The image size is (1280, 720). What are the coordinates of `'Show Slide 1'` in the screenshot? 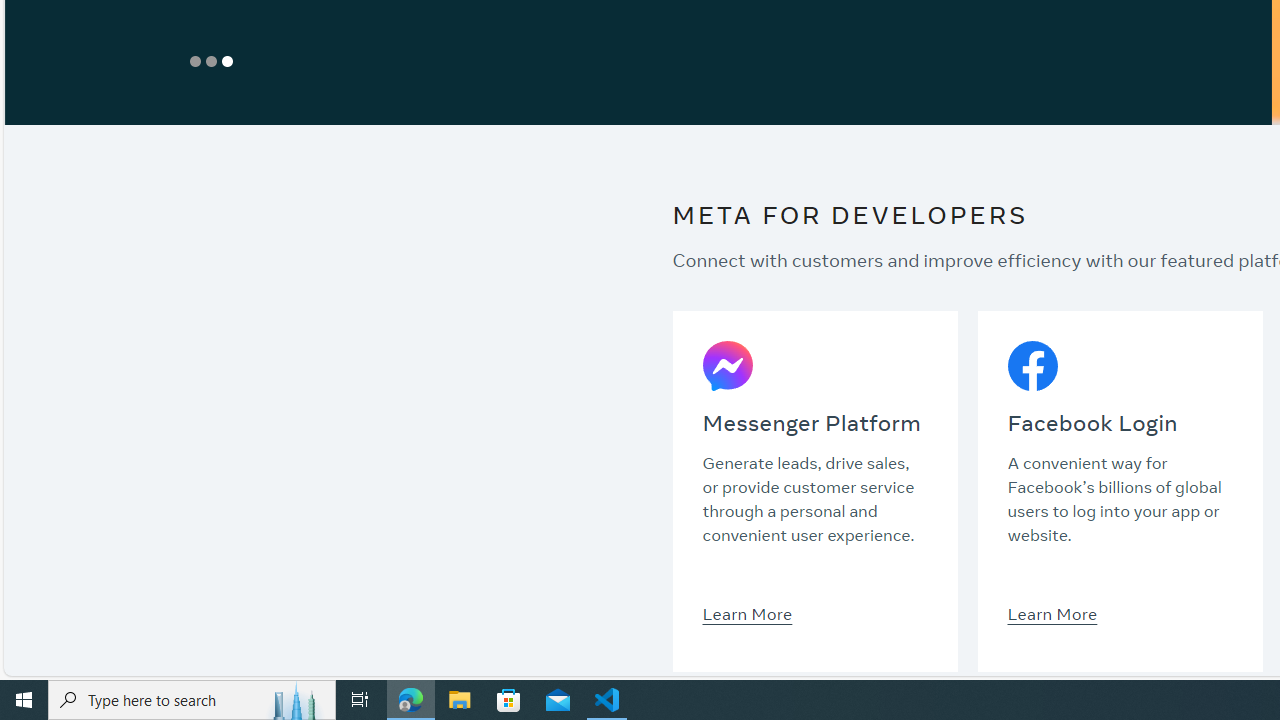 It's located at (195, 60).